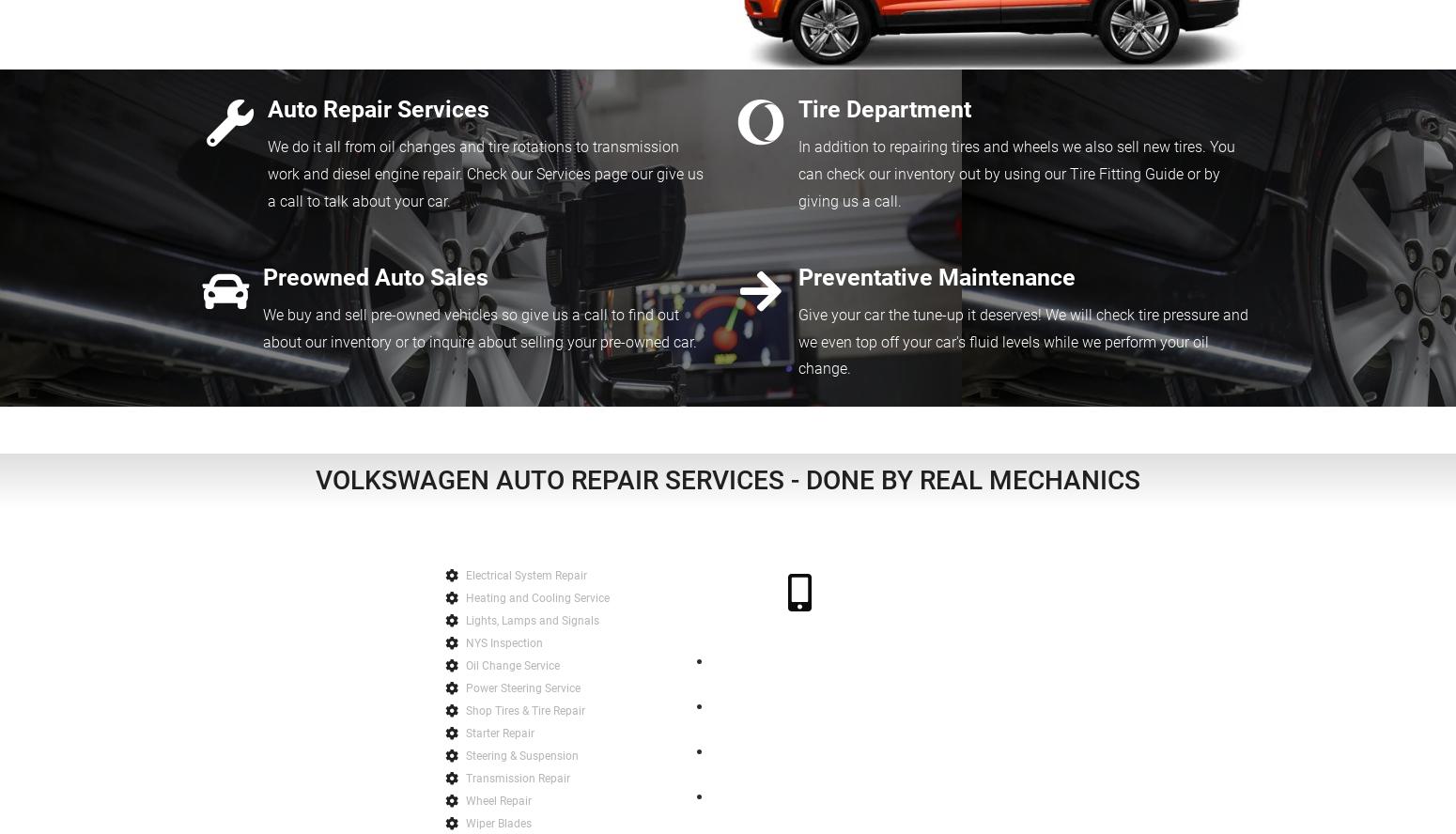 The image size is (1456, 834). I want to click on '(845) 878-1000', so click(798, 627).